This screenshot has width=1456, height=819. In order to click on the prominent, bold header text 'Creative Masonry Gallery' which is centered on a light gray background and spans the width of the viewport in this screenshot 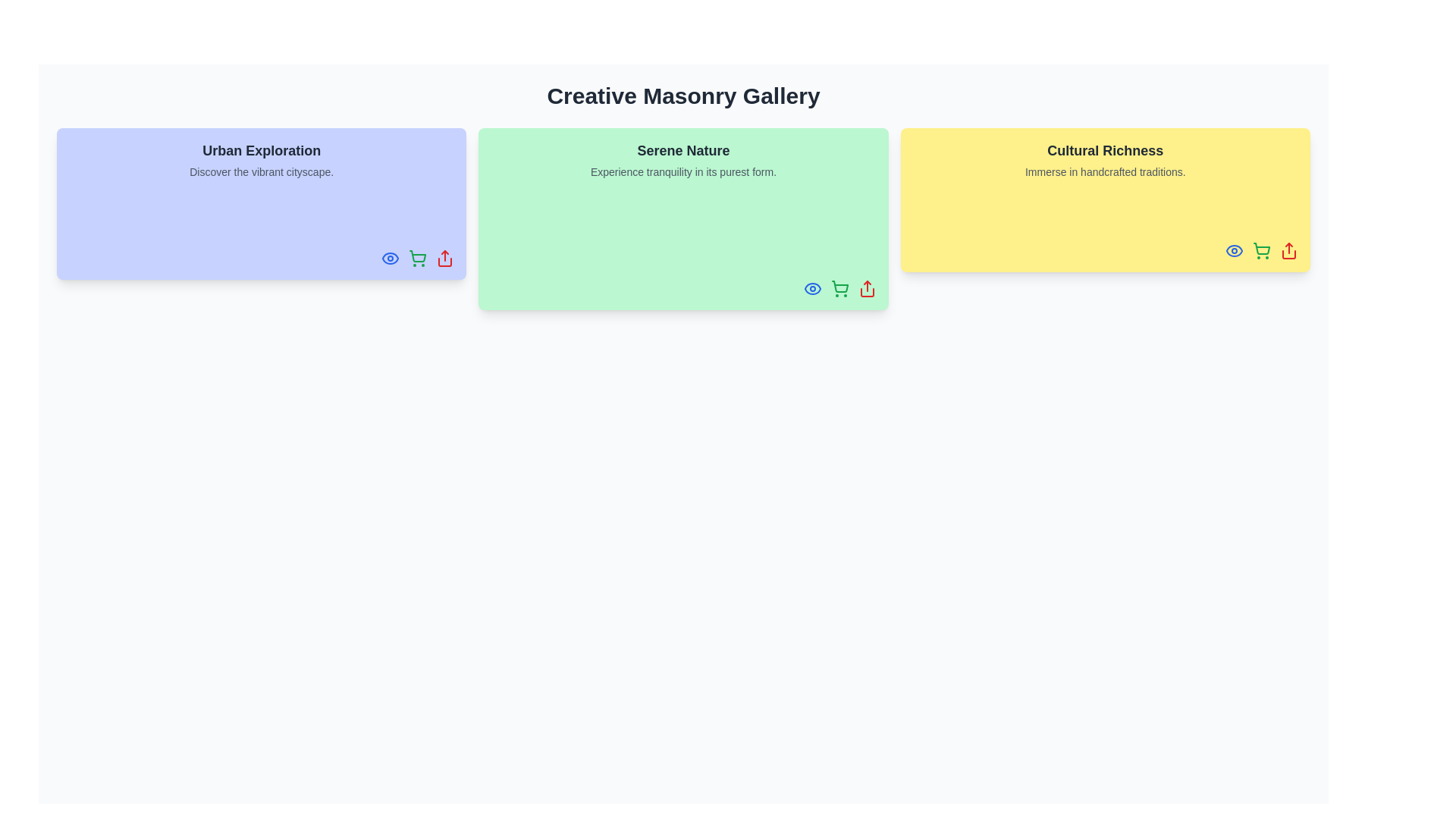, I will do `click(682, 96)`.